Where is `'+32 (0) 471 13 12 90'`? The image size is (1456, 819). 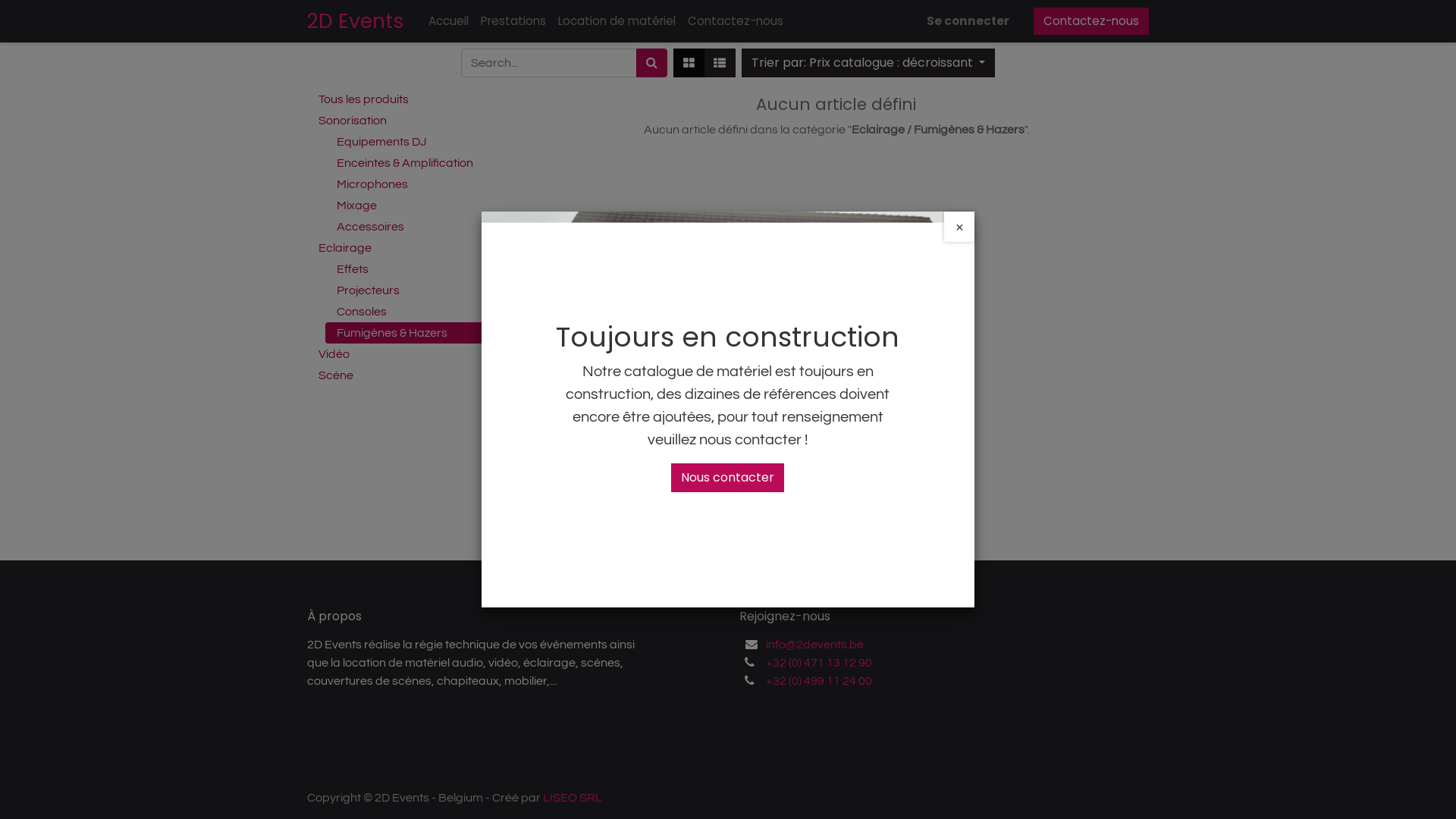
'+32 (0) 471 13 12 90' is located at coordinates (818, 662).